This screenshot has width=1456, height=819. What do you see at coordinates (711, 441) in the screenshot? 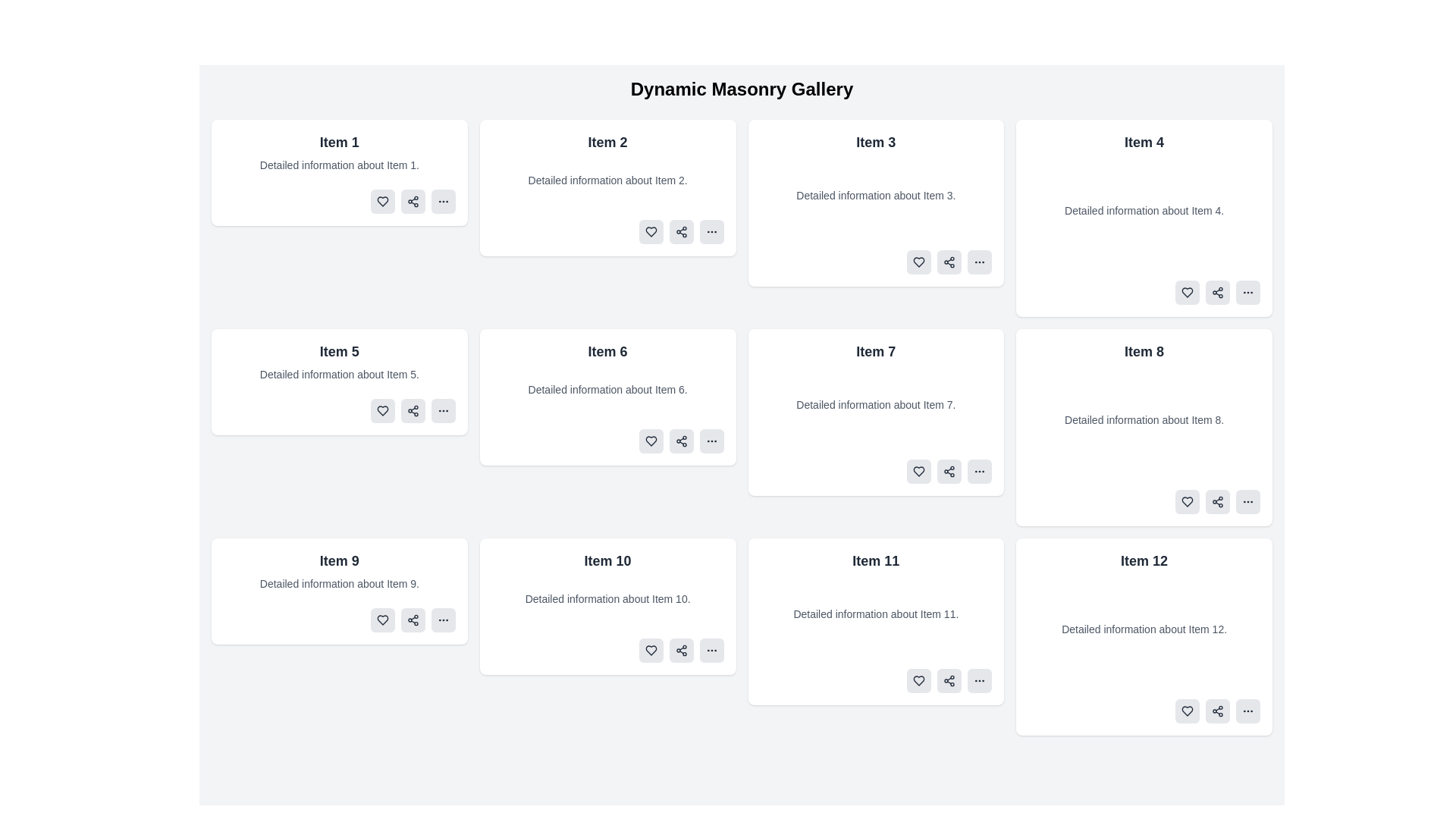
I see `the ellipsis icon located at the bottom-right of the 'Item 6' section in the gallery` at bounding box center [711, 441].